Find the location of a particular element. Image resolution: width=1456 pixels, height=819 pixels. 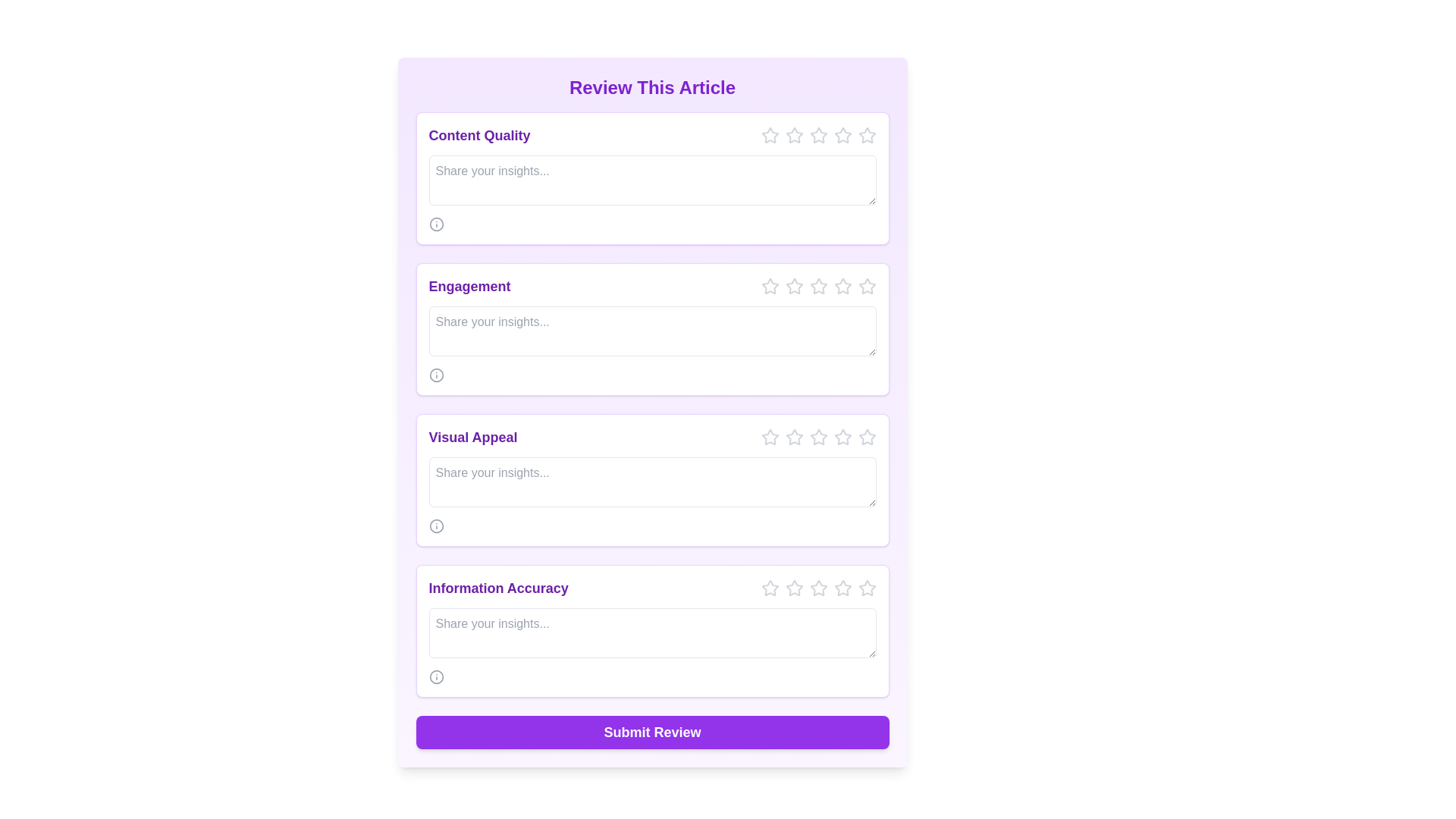

the fourth star in the rating system to give a four-star rating for 'Visual Appeal' is located at coordinates (817, 436).